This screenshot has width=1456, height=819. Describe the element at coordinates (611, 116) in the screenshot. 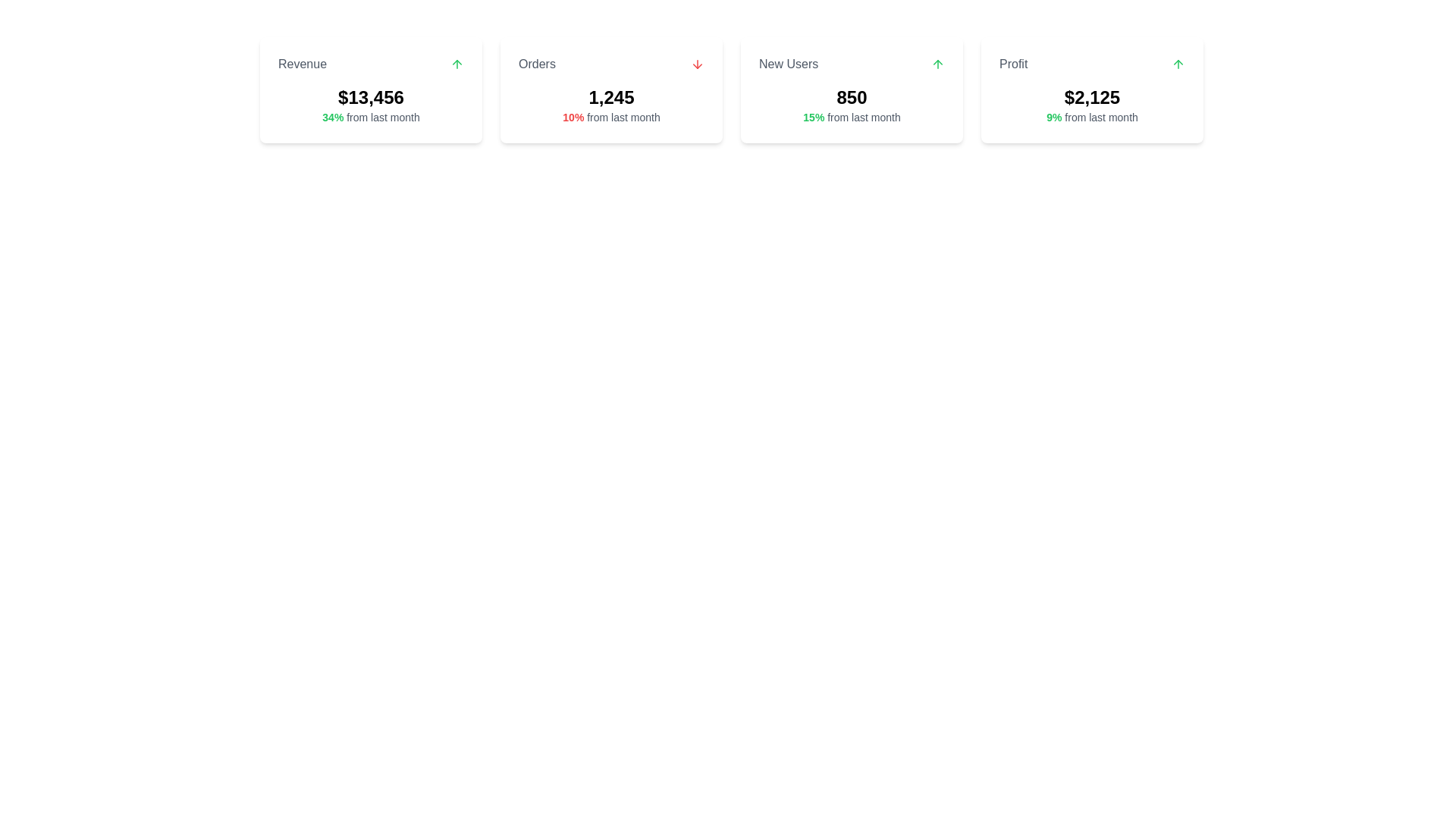

I see `the text label that indicates the change percentage from the previous month, located below the main bold number '1,245' in the 'Orders' card` at that location.